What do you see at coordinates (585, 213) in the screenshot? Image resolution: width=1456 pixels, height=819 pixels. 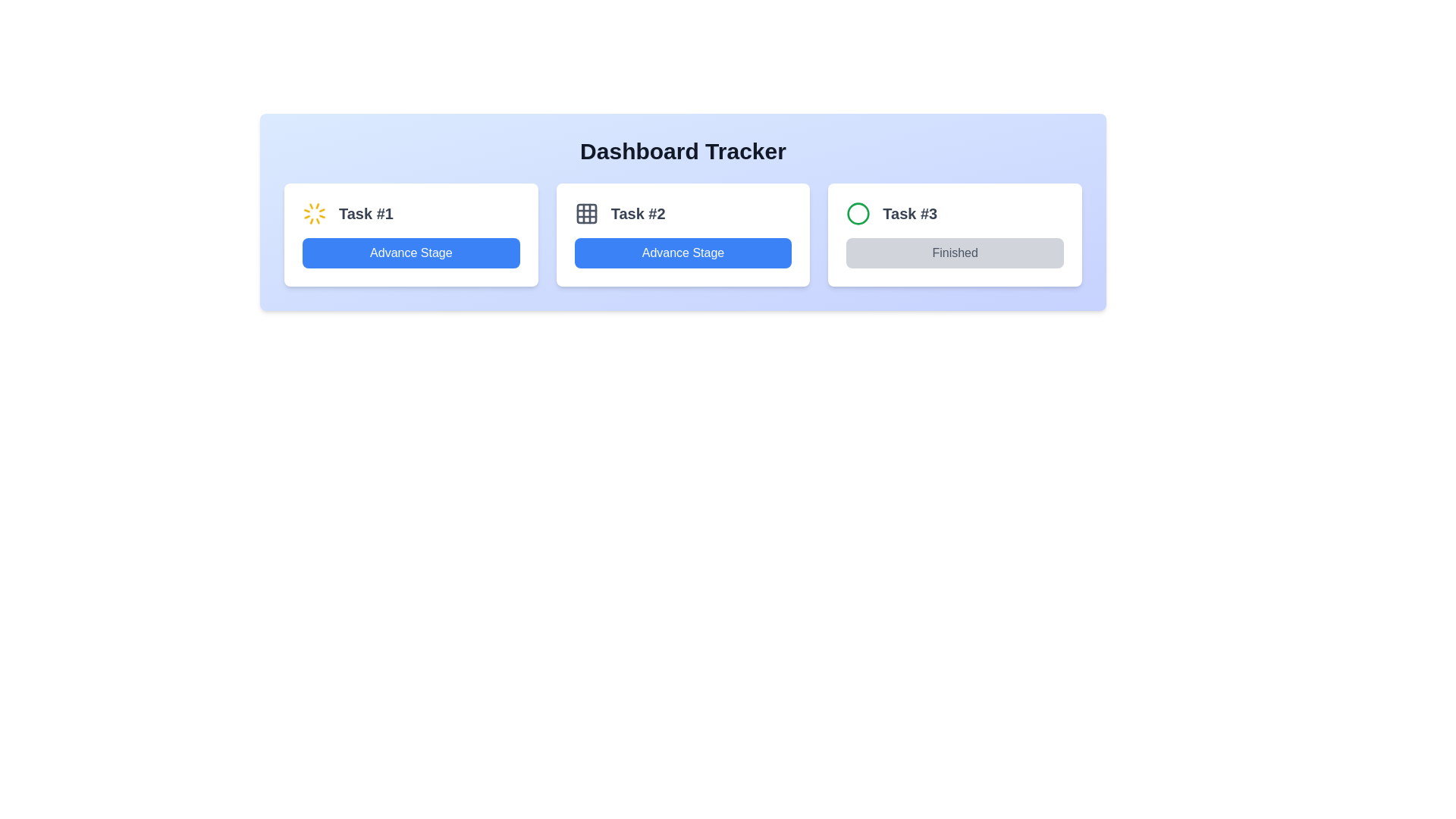 I see `the icon representing 'Task #2' located within the task card, which is the leftmost component in the top row next to the text 'Task #2'` at bounding box center [585, 213].